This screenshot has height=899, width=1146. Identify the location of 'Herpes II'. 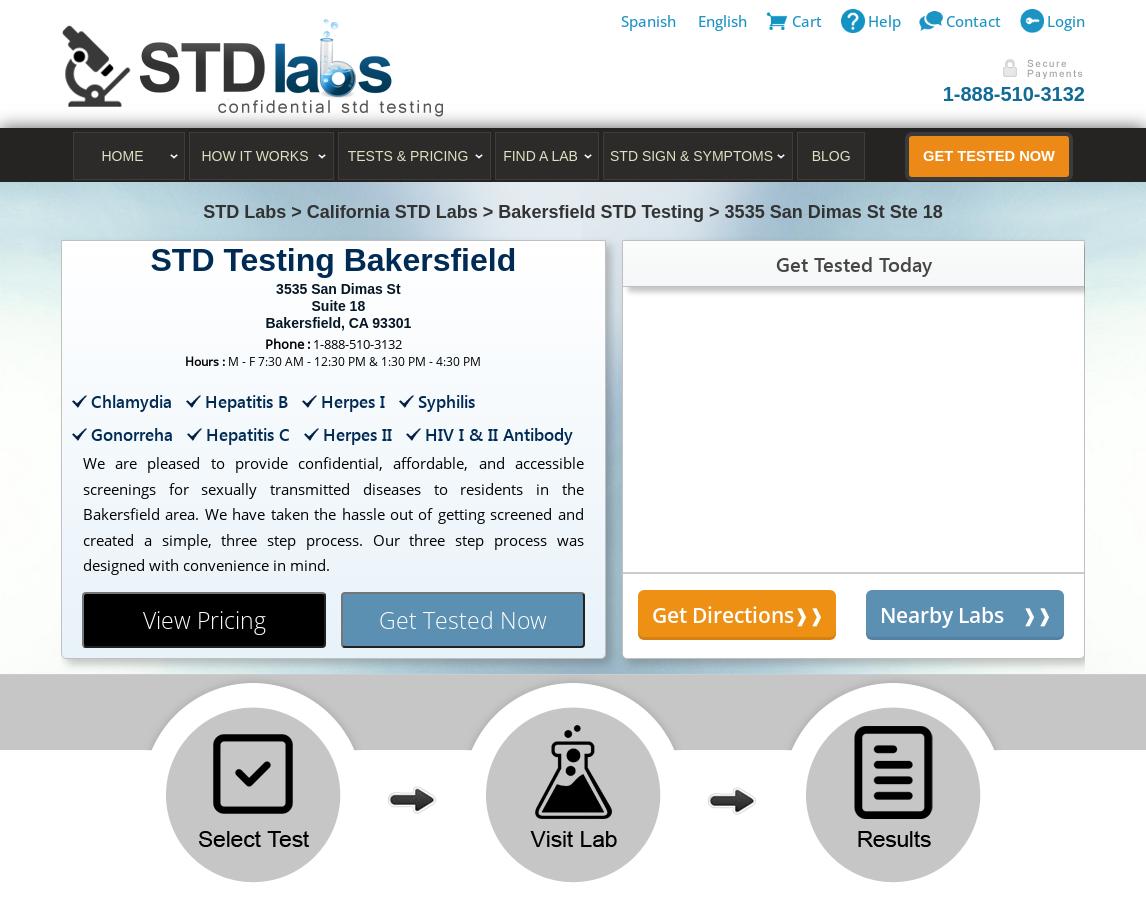
(321, 433).